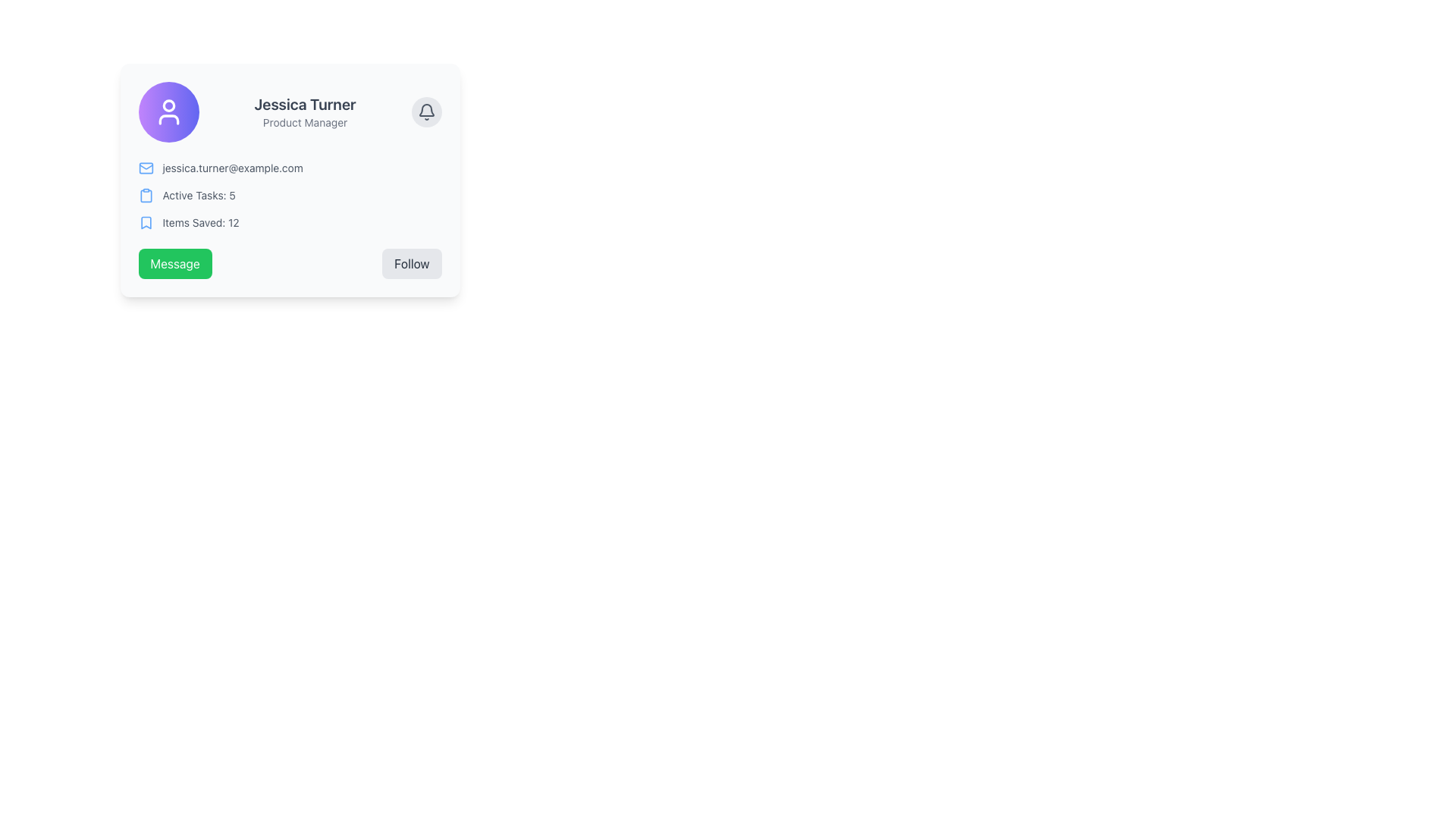 Image resolution: width=1456 pixels, height=819 pixels. I want to click on the text label indicating the job title of 'Jessica Turner', so click(304, 122).